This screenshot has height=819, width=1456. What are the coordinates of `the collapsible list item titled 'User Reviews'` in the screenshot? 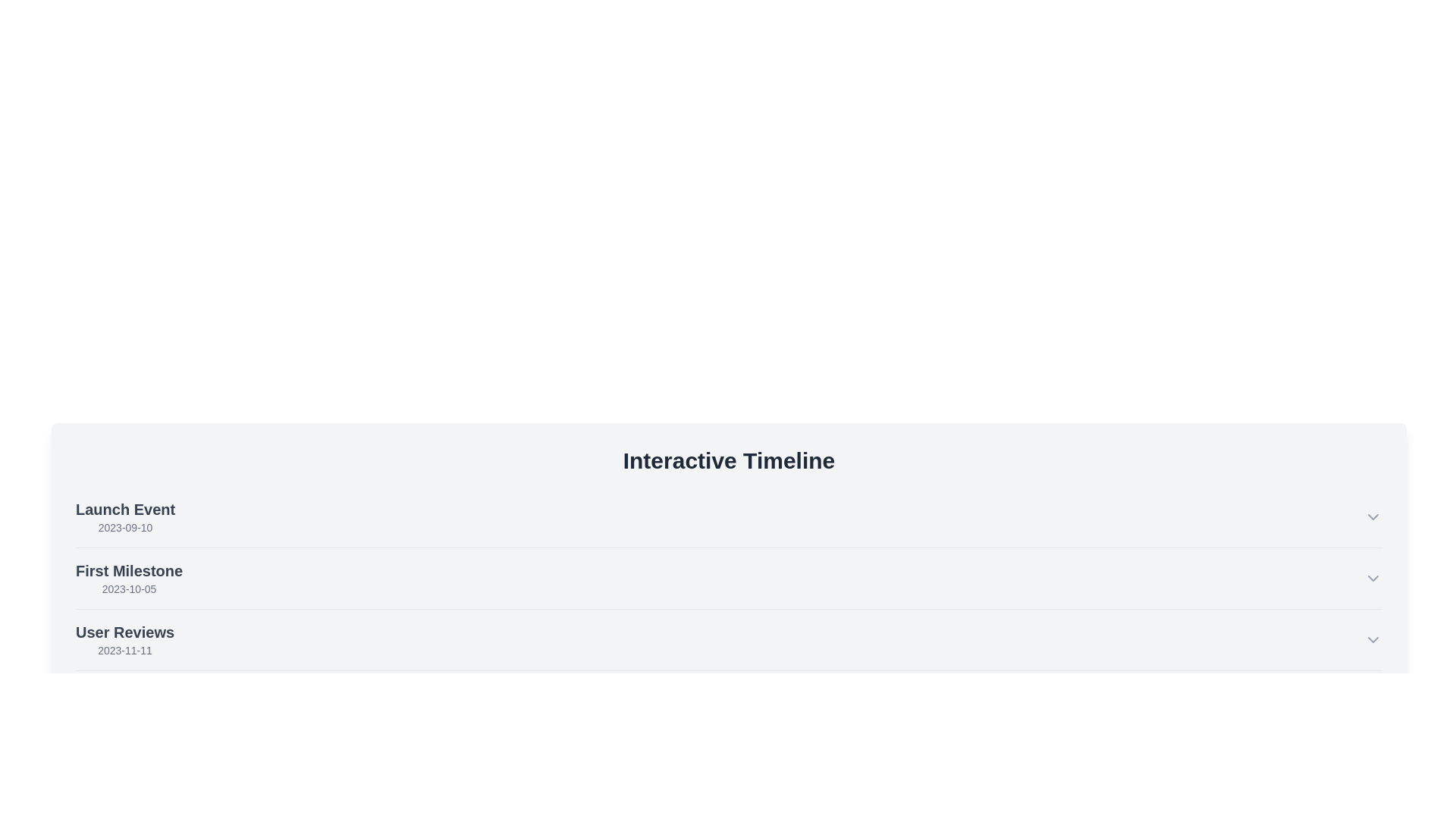 It's located at (729, 640).